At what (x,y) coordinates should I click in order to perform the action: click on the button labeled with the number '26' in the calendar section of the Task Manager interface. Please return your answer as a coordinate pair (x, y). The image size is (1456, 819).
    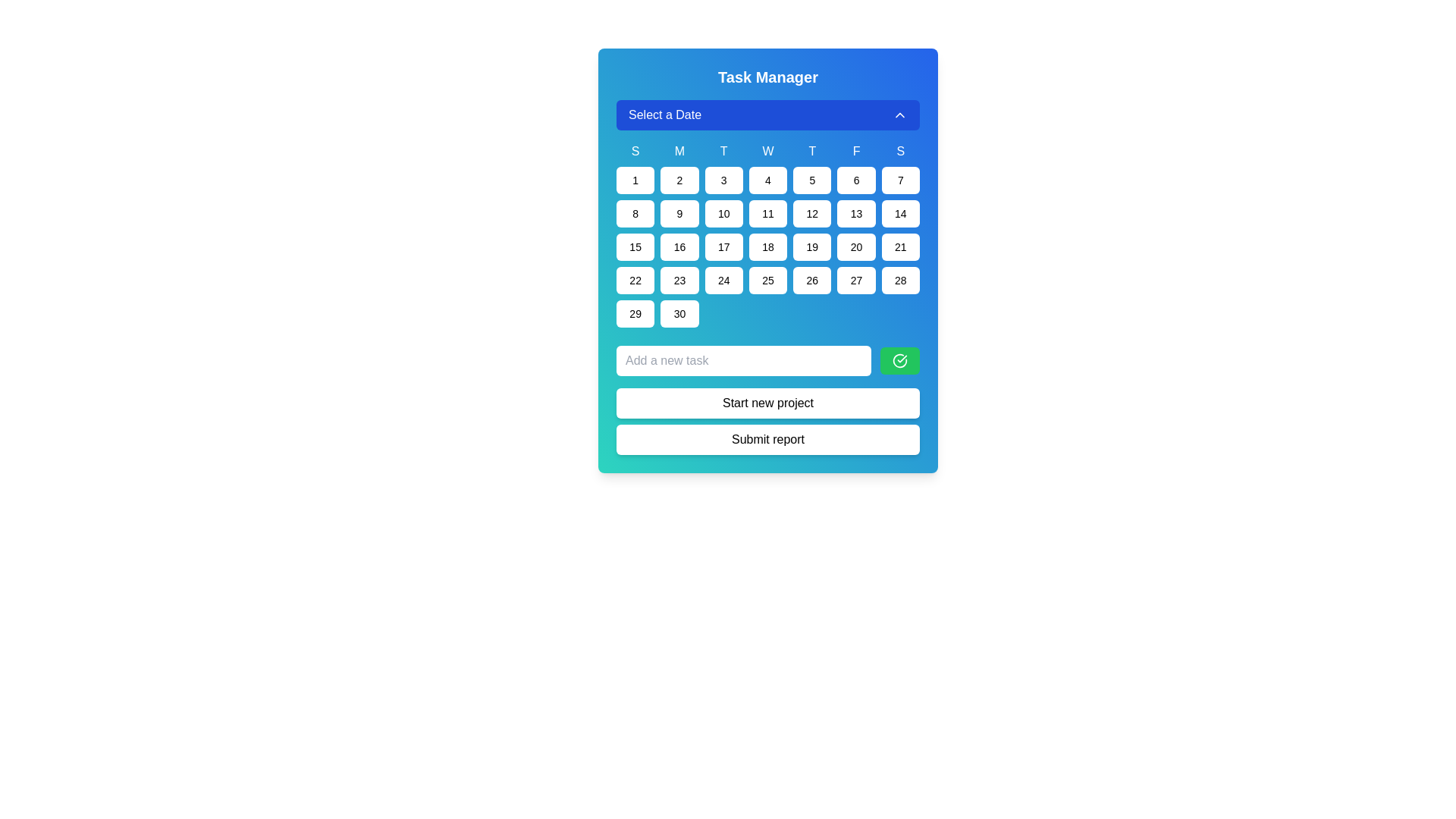
    Looking at the image, I should click on (811, 281).